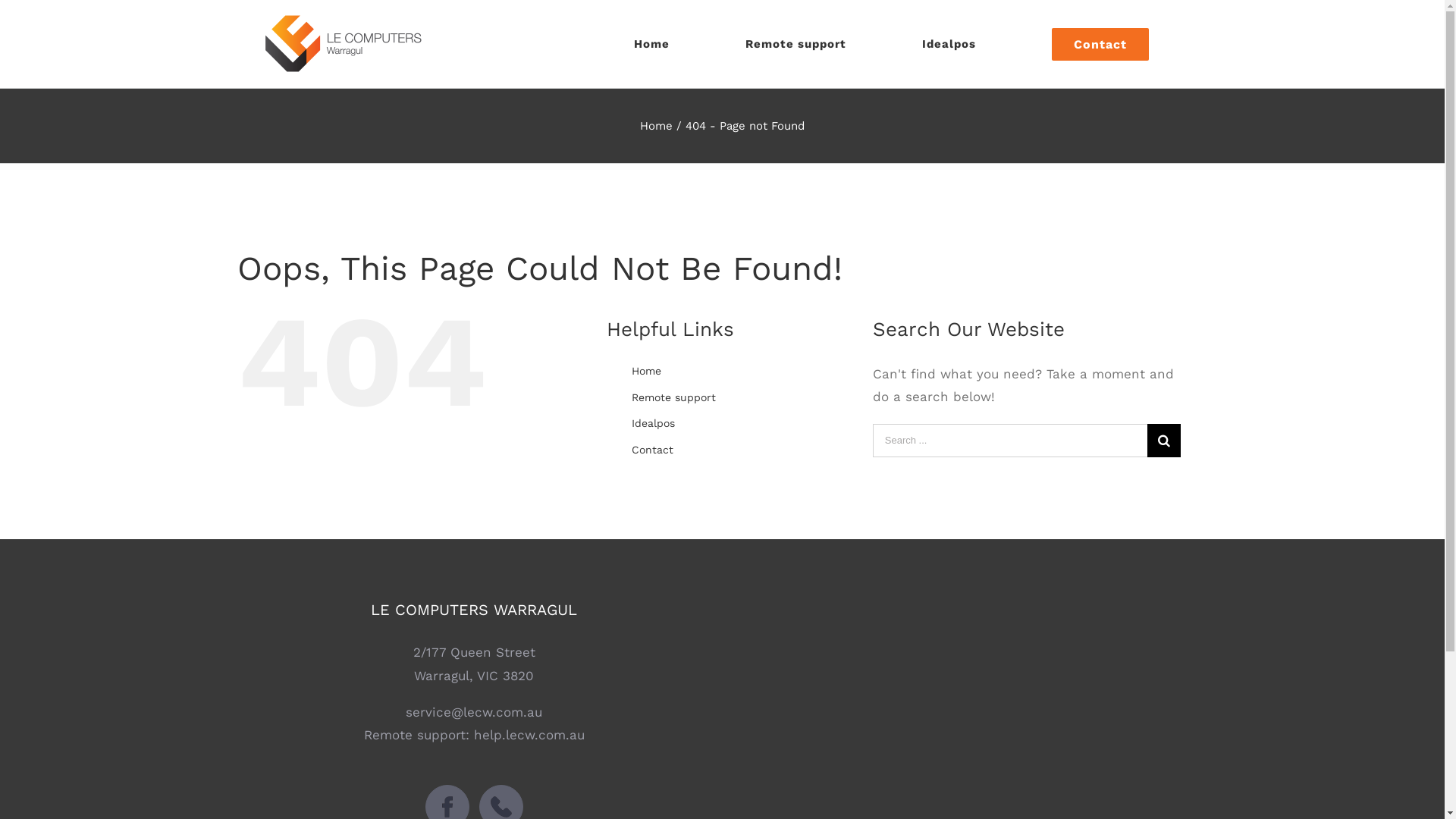 This screenshot has height=819, width=1456. Describe the element at coordinates (948, 42) in the screenshot. I see `'Idealpos'` at that location.